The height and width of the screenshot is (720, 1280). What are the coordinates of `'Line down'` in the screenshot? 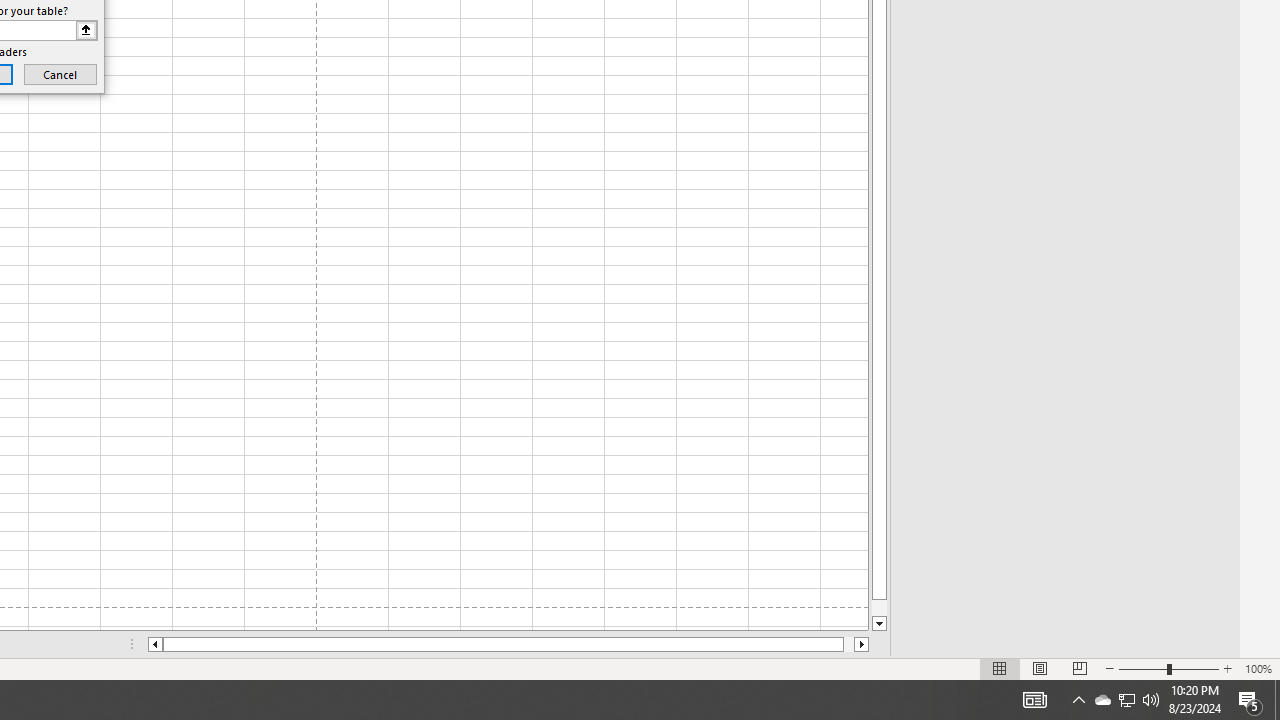 It's located at (879, 623).